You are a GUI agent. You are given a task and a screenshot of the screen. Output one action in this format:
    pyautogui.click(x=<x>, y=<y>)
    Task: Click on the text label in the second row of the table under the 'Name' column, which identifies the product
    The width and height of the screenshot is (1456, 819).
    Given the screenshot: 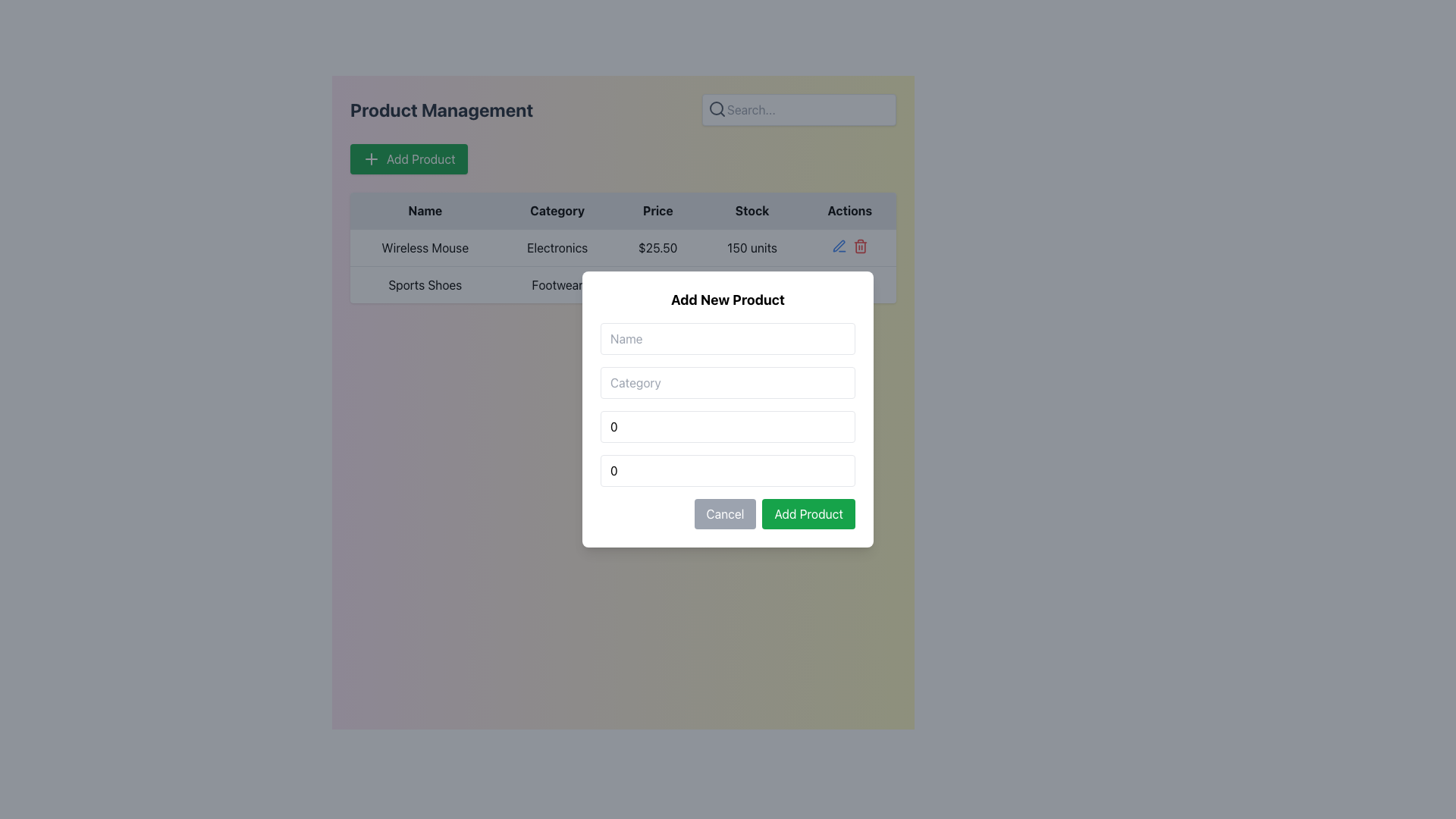 What is the action you would take?
    pyautogui.click(x=425, y=284)
    